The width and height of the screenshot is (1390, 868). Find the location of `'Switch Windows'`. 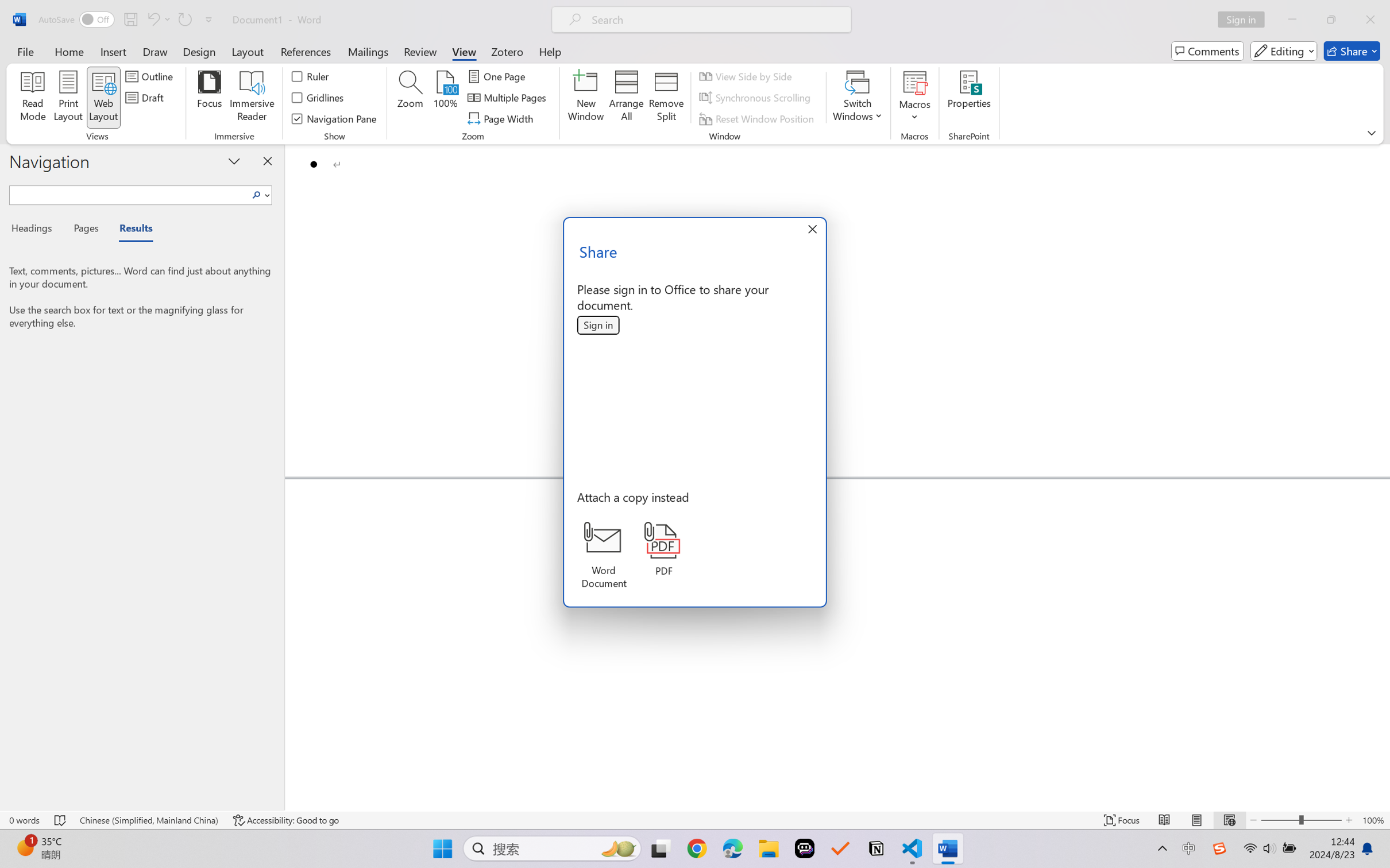

'Switch Windows' is located at coordinates (857, 98).